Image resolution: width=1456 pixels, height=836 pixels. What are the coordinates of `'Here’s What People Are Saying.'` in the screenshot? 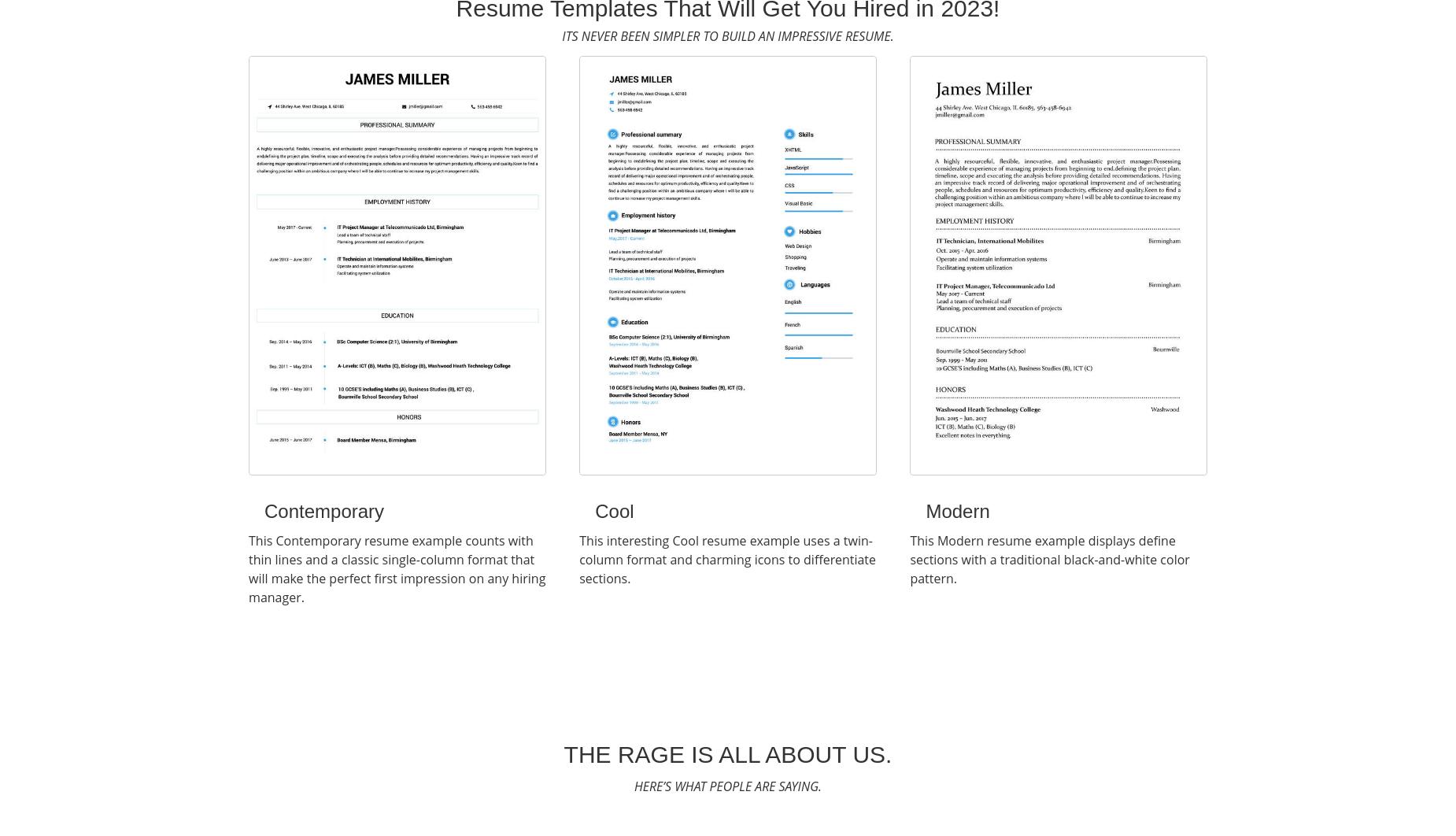 It's located at (727, 784).